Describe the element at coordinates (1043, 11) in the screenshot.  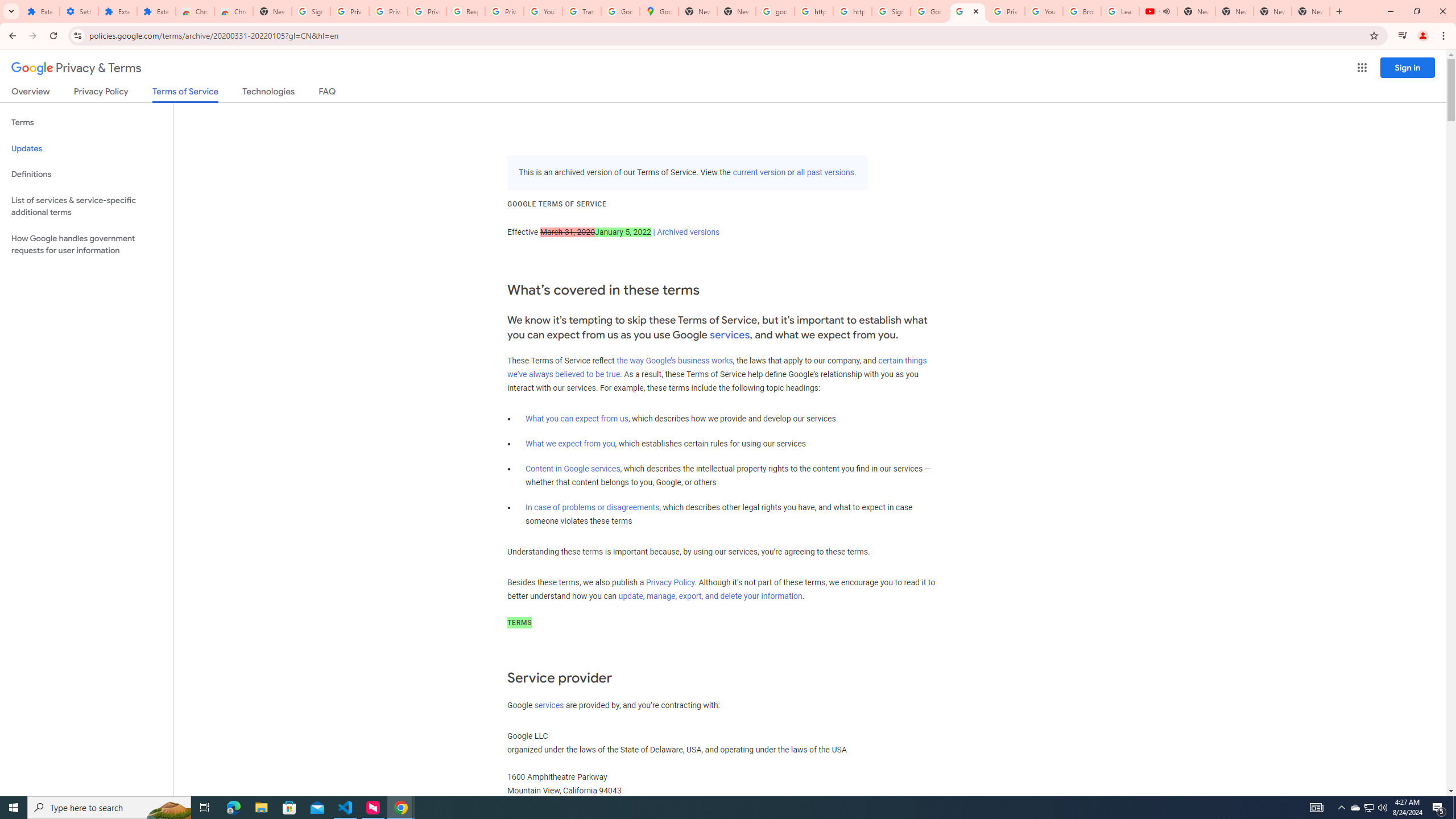
I see `'YouTube'` at that location.